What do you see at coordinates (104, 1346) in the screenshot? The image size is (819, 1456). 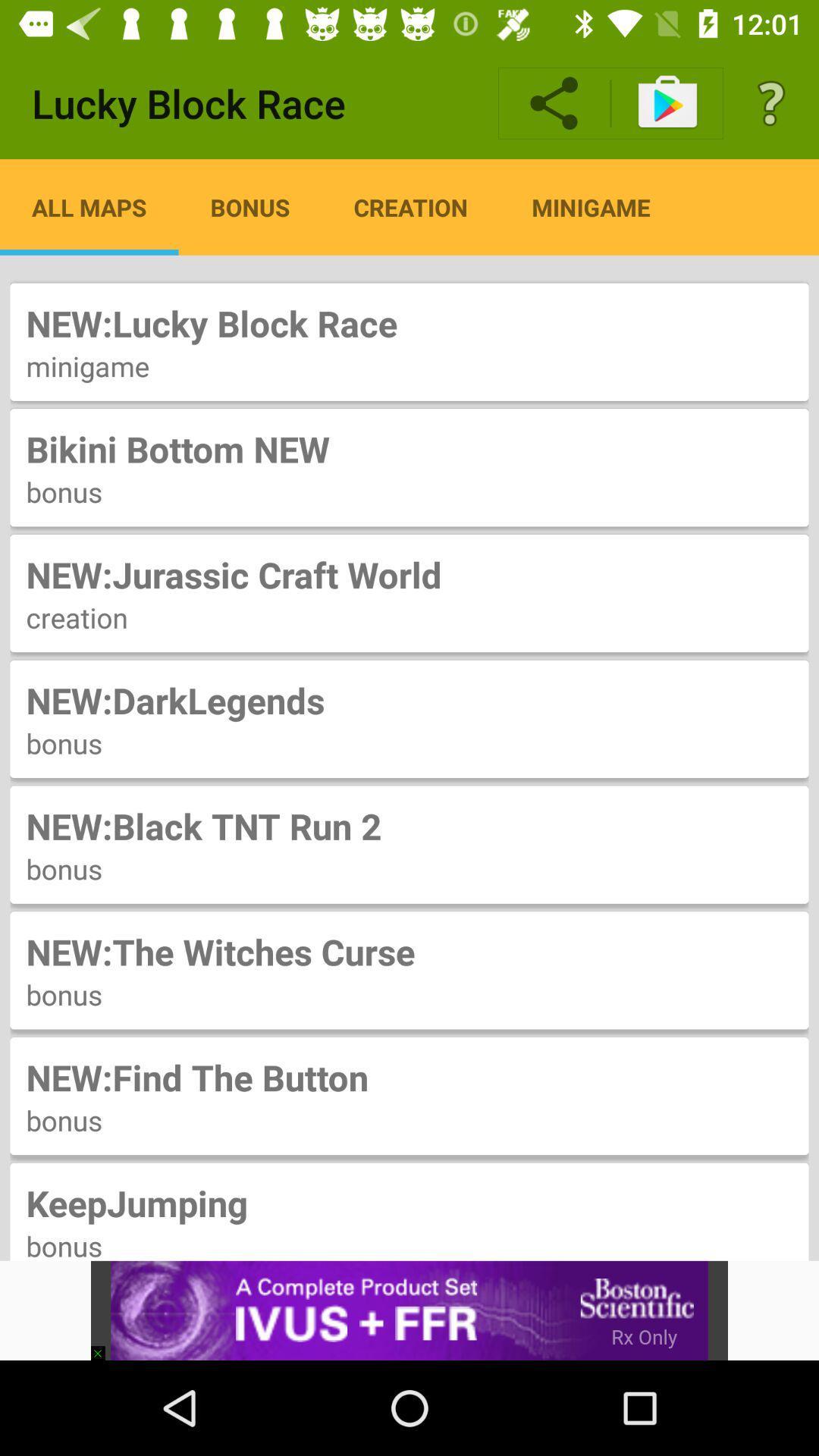 I see `the item at the bottom left corner` at bounding box center [104, 1346].